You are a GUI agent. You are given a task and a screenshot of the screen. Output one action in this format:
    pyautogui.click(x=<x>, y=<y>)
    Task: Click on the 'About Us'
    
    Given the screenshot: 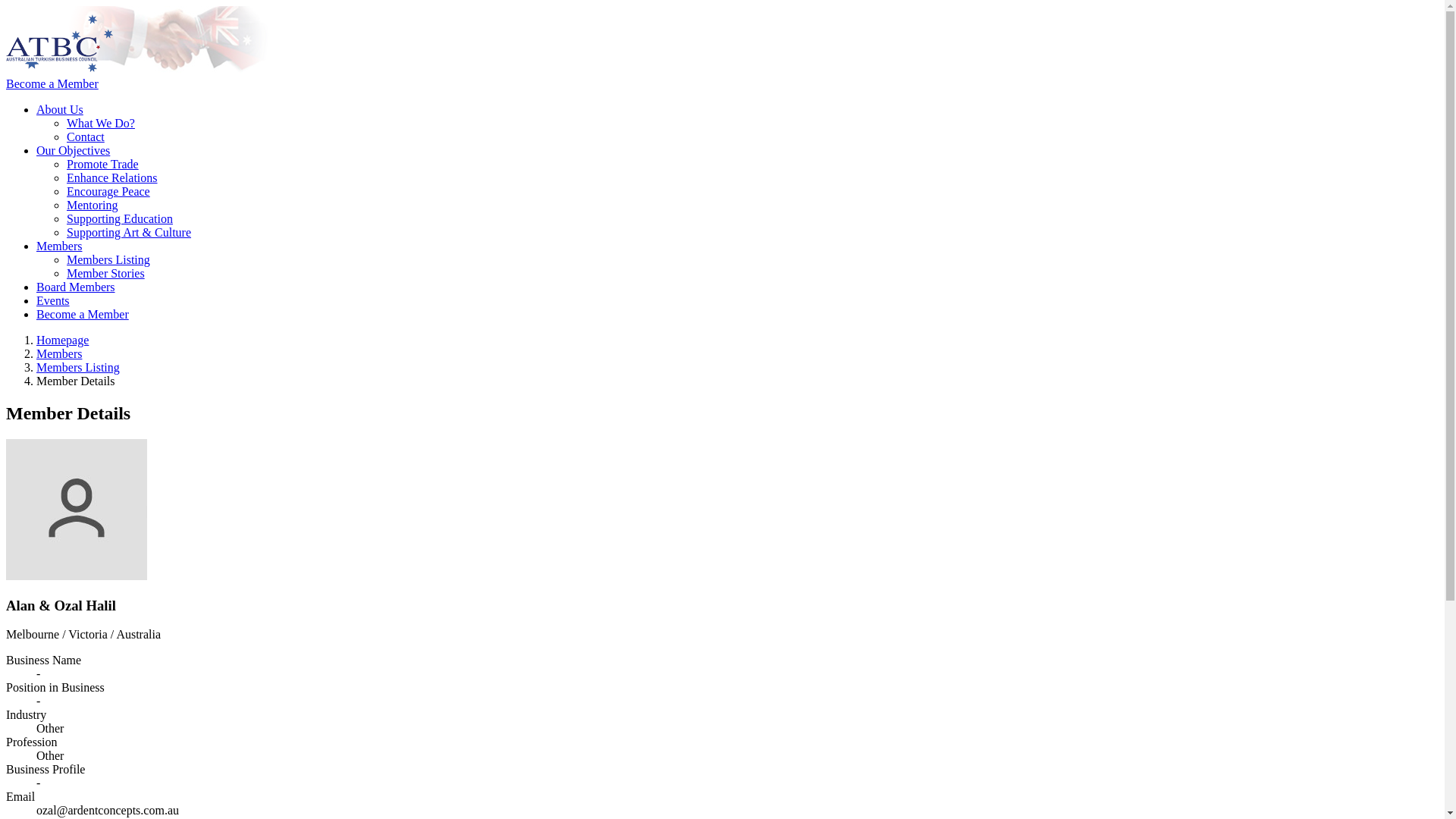 What is the action you would take?
    pyautogui.click(x=59, y=108)
    